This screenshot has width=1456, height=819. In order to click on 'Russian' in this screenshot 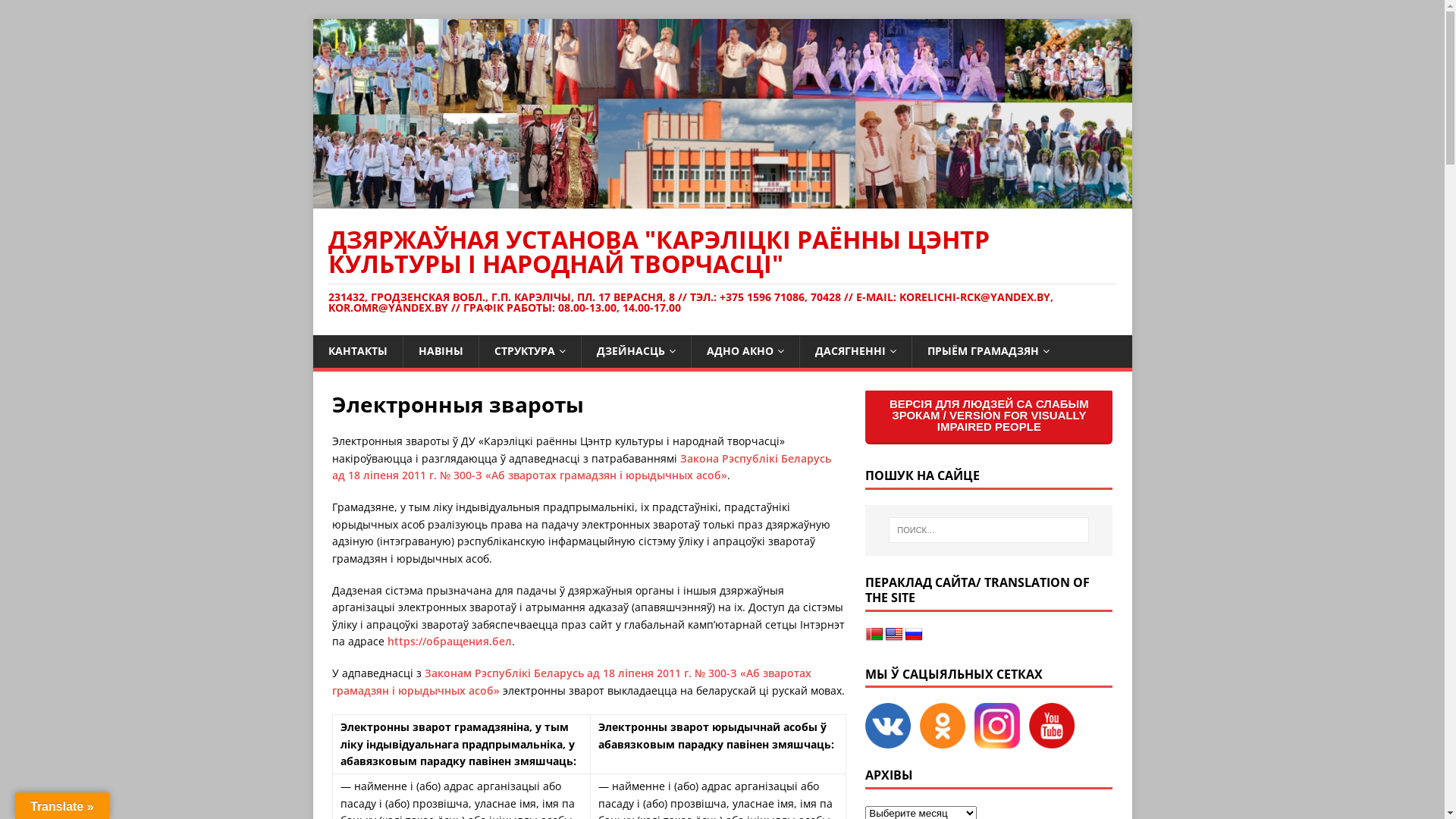, I will do `click(912, 635)`.